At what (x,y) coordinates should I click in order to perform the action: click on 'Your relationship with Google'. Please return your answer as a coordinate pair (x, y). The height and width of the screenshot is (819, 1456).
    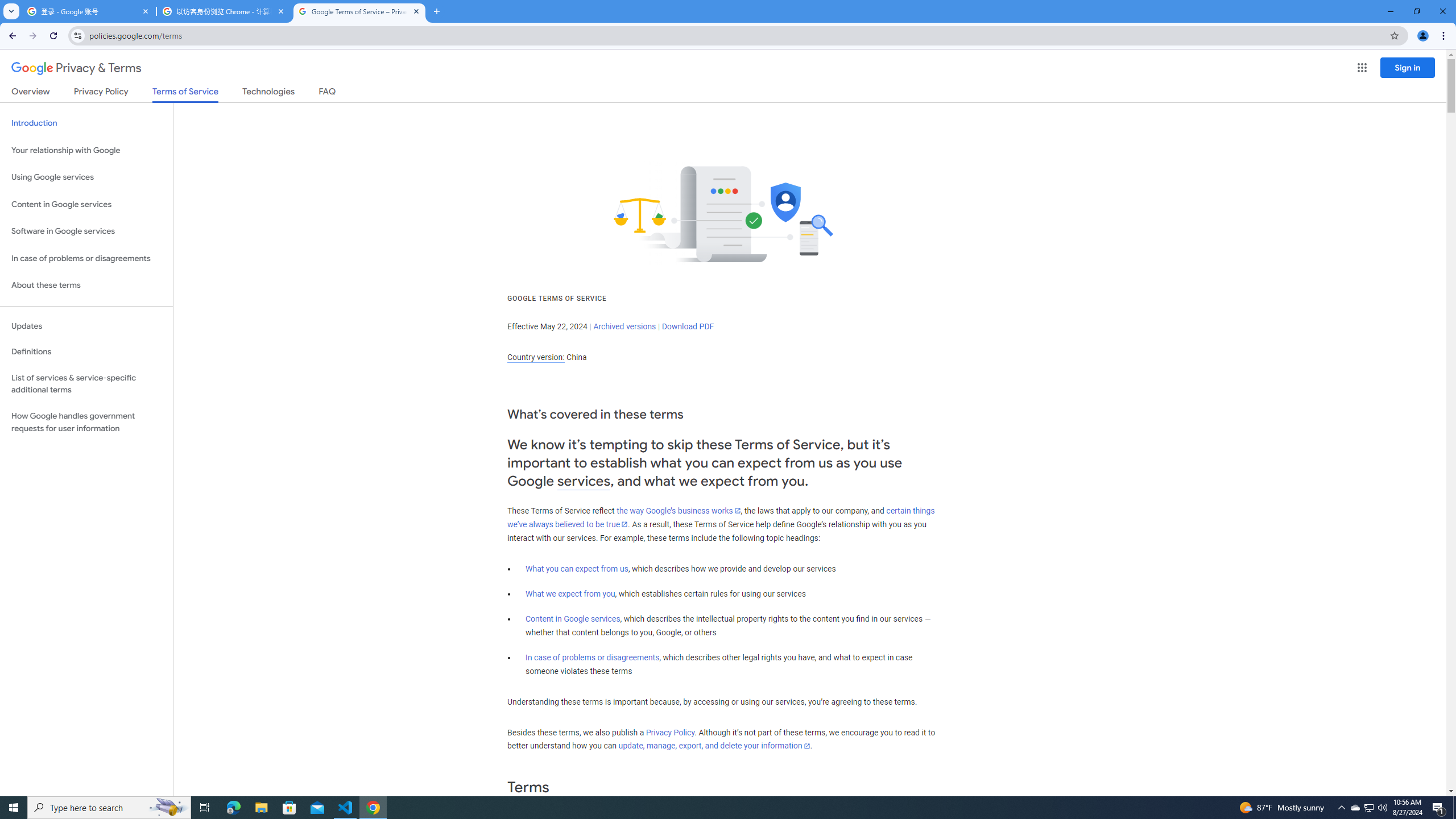
    Looking at the image, I should click on (86, 150).